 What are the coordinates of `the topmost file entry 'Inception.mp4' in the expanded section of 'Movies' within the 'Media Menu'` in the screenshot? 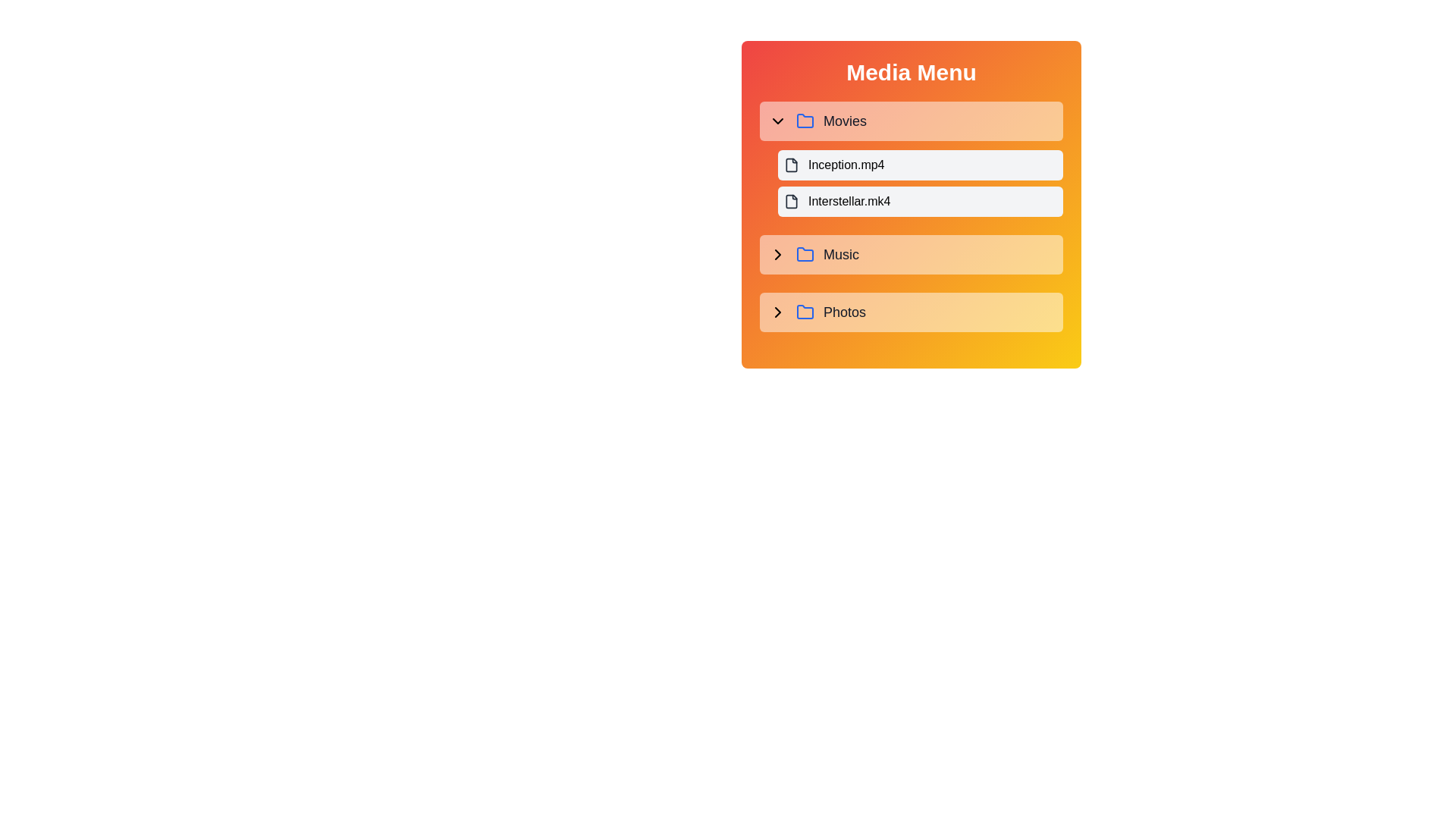 It's located at (920, 165).